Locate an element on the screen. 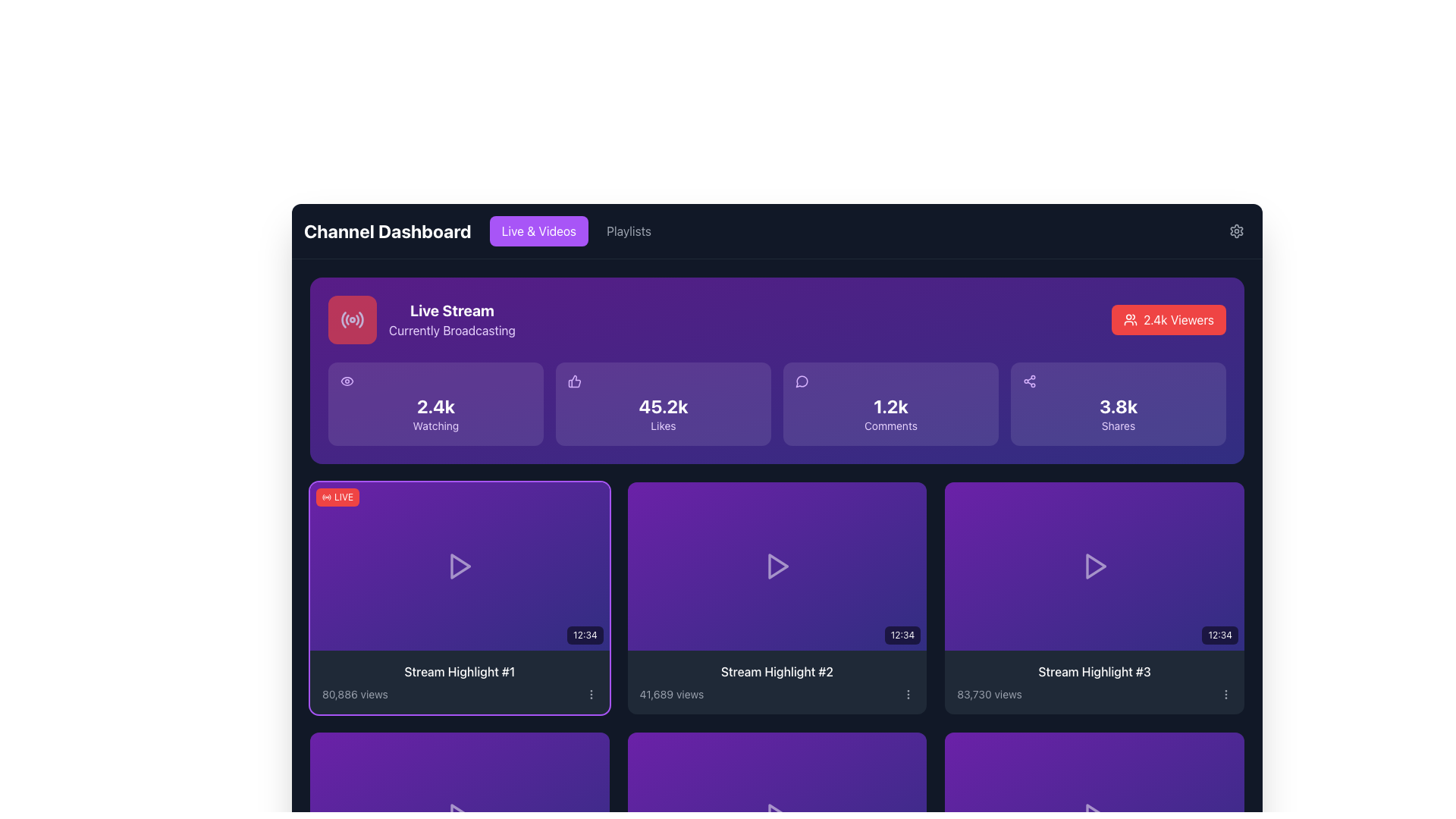 The height and width of the screenshot is (819, 1456). the Text Display indicating the share count, which is located in the top right section of the dashboard, above the word 'Shares' and next to the sharing icon is located at coordinates (1118, 406).